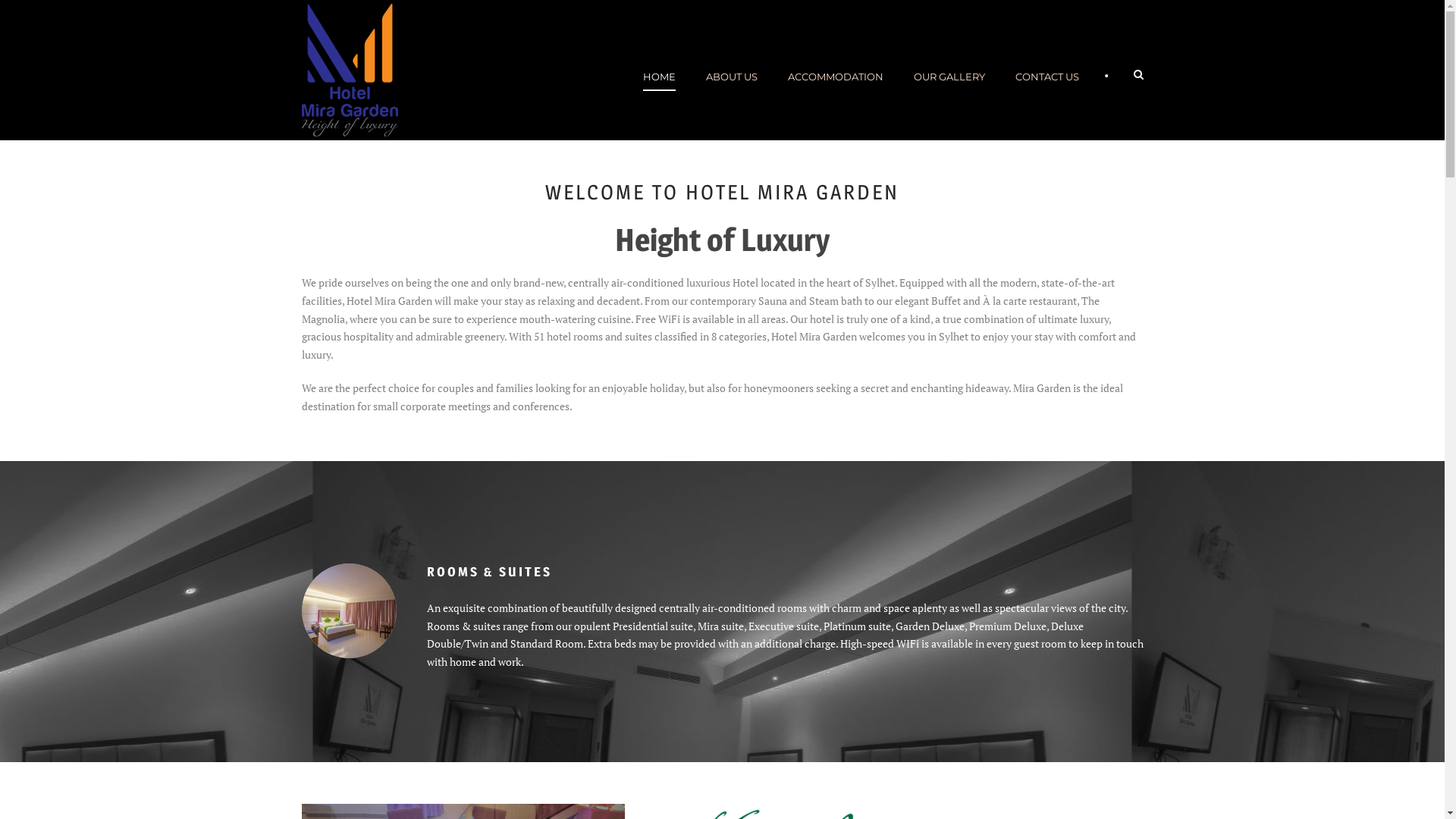 The width and height of the screenshot is (1456, 819). Describe the element at coordinates (731, 93) in the screenshot. I see `'ABOUT US'` at that location.